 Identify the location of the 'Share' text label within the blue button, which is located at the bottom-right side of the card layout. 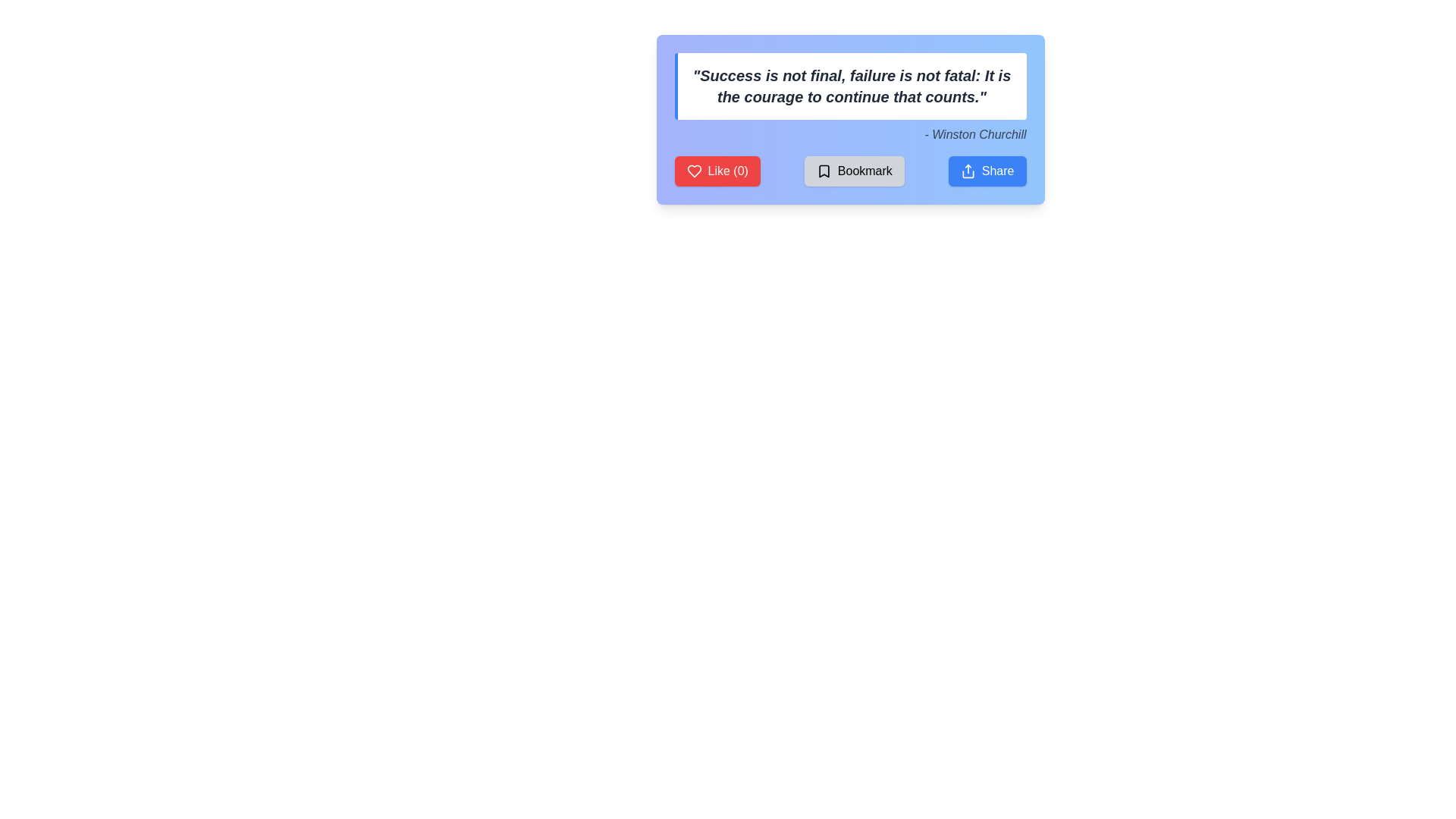
(998, 171).